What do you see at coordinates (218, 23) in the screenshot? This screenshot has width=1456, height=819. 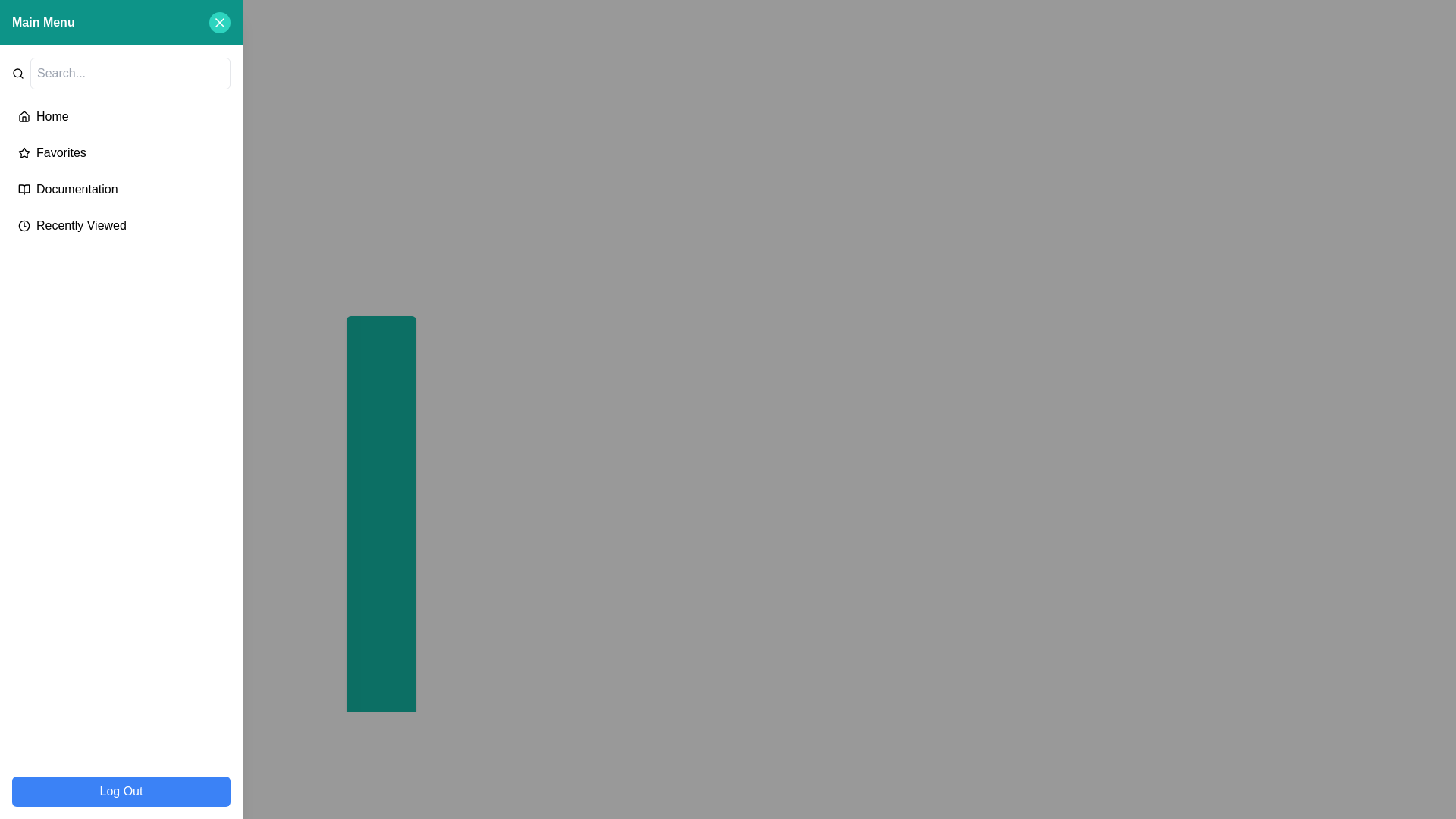 I see `the 'X' icon in the top-left corner of the navigation bar` at bounding box center [218, 23].